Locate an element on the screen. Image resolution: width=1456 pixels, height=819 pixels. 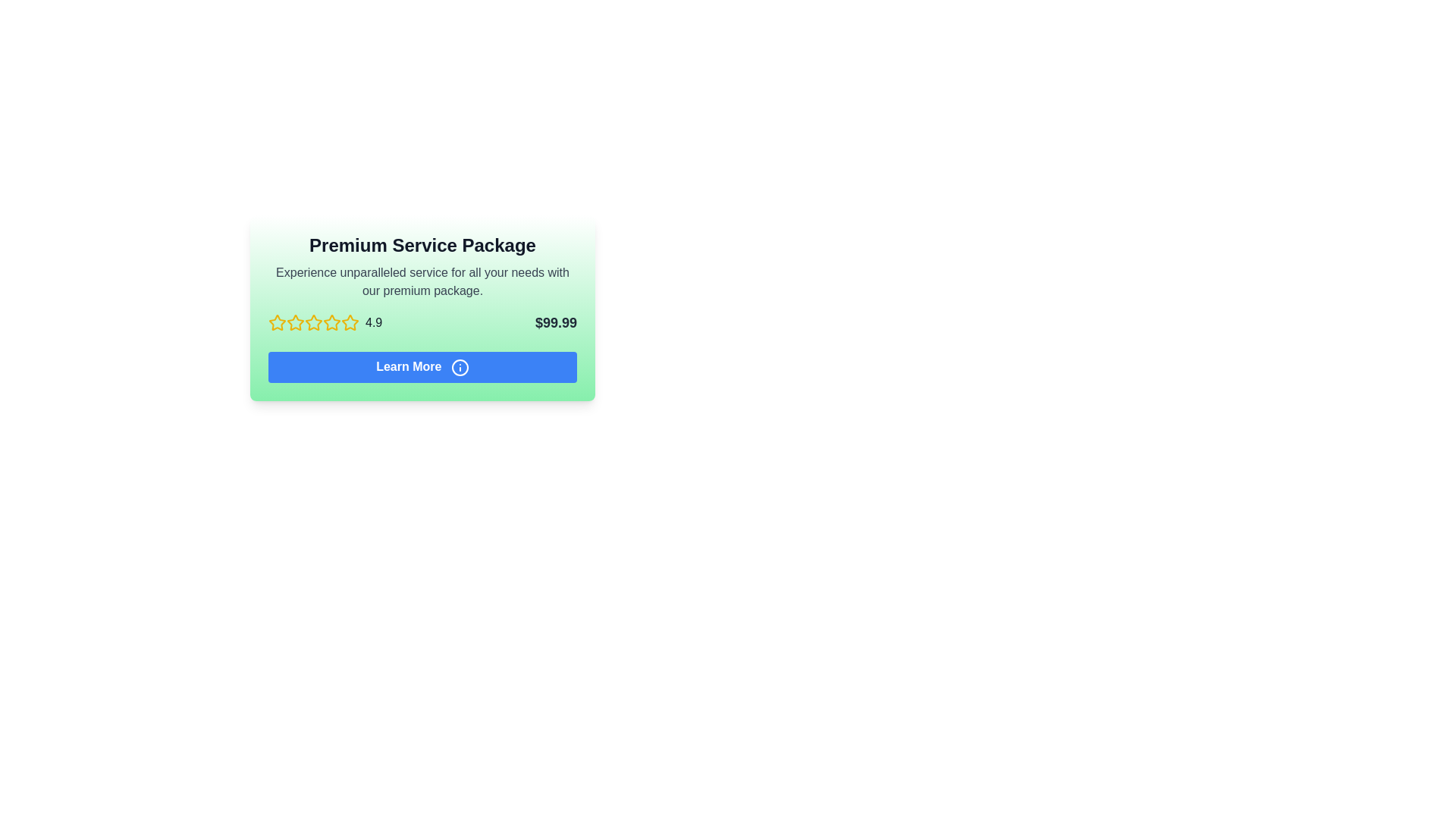
the circular icon with a blue outline and white fill that is part of the 'Learn More' button located at the bottom center of the card layout is located at coordinates (459, 367).